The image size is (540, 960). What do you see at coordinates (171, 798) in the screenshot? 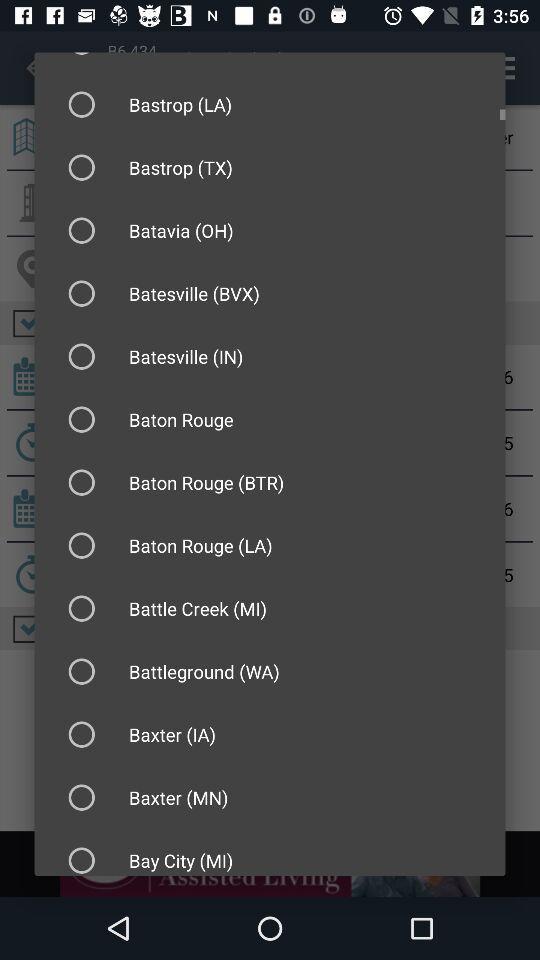
I see `text above the text bay city mi` at bounding box center [171, 798].